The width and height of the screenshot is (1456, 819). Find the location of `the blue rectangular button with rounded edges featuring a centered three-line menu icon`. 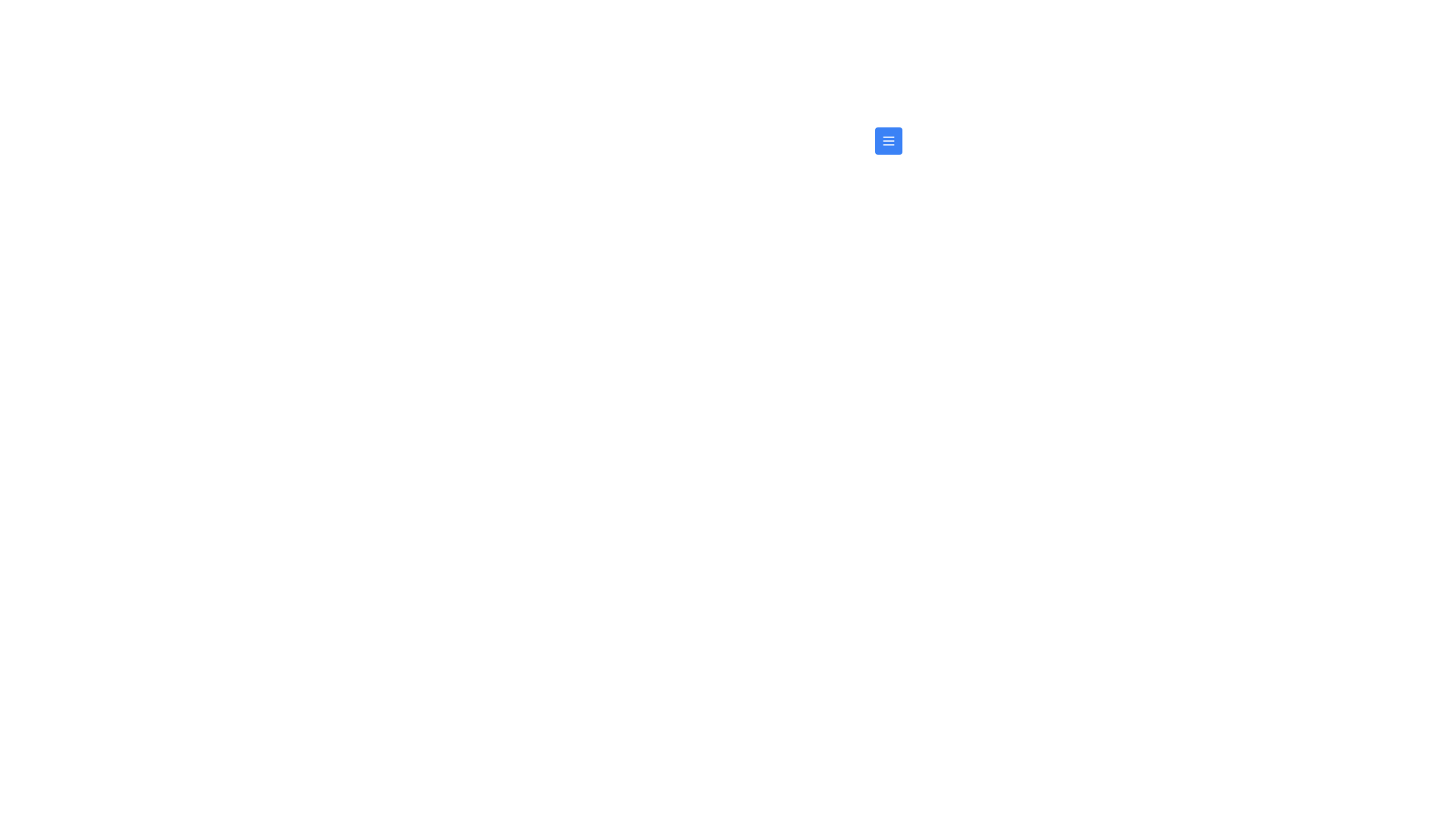

the blue rectangular button with rounded edges featuring a centered three-line menu icon is located at coordinates (888, 140).